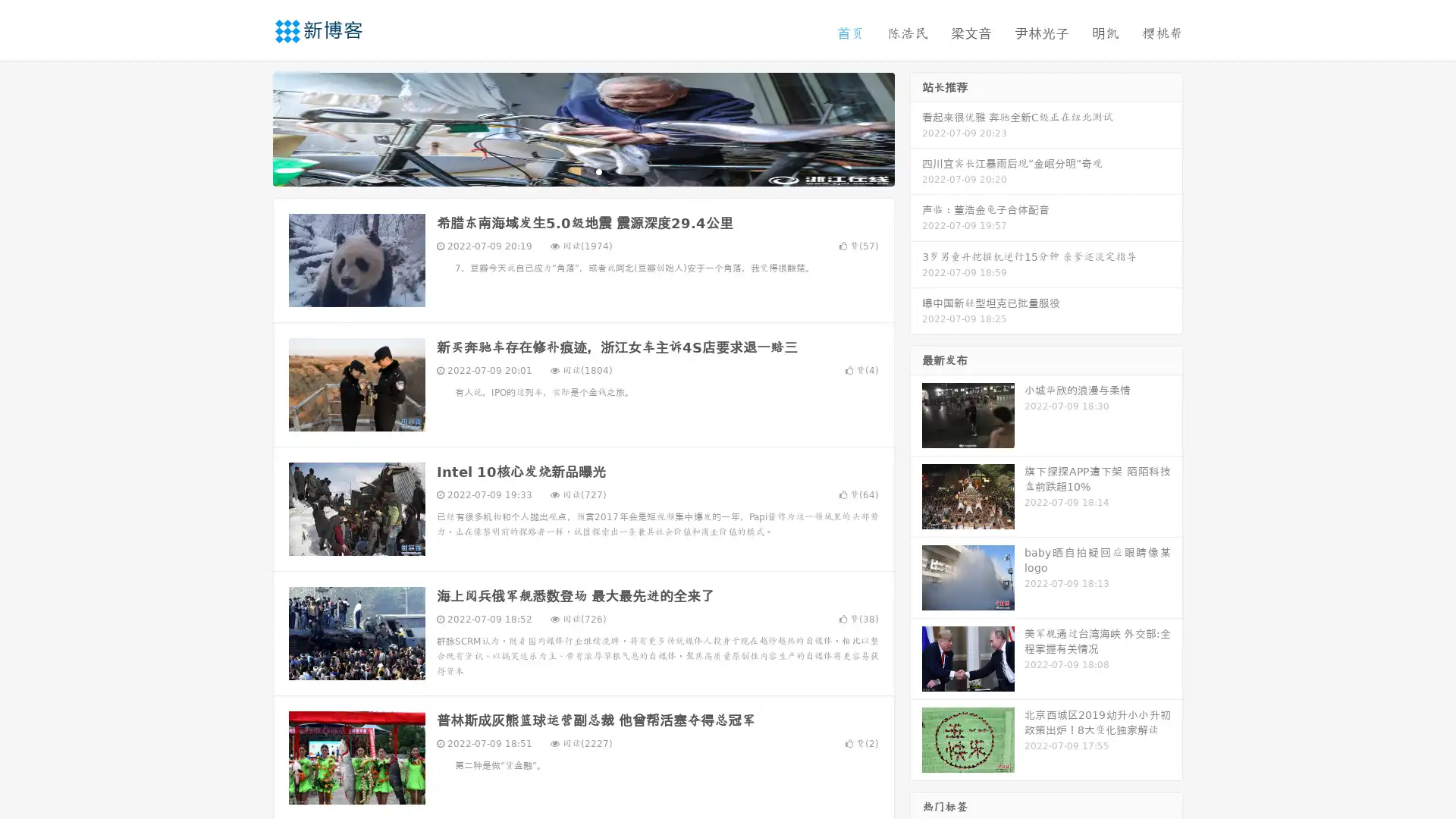  I want to click on Next slide, so click(916, 127).